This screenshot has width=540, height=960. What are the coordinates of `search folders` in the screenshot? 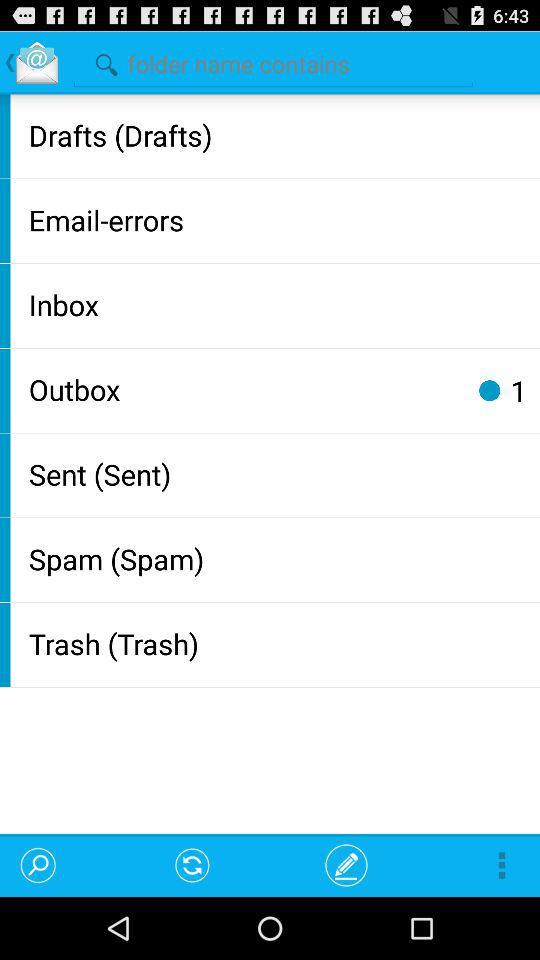 It's located at (272, 61).